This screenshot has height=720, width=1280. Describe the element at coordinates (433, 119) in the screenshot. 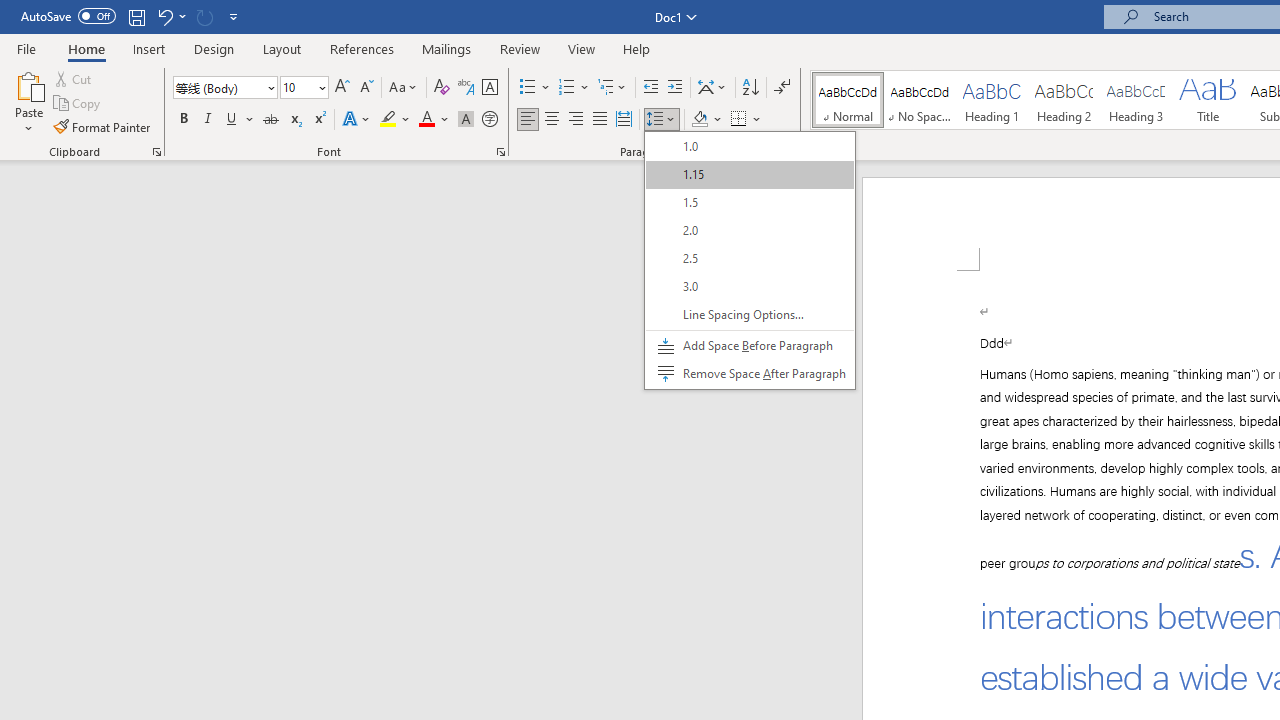

I see `'Font Color'` at that location.